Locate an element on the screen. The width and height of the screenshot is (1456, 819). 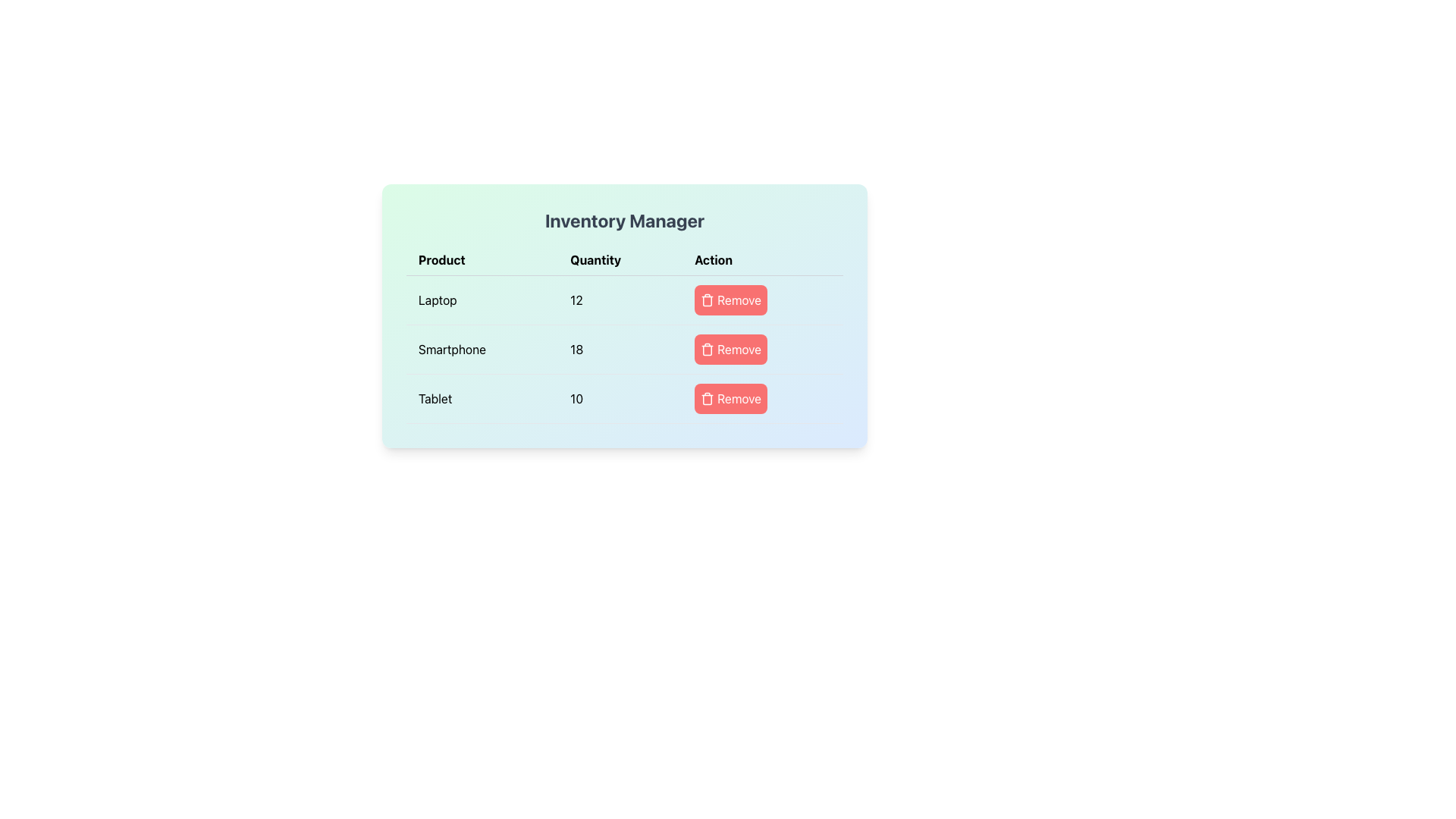
the second row of the inventory table, which displays product information and includes a remove button is located at coordinates (625, 333).